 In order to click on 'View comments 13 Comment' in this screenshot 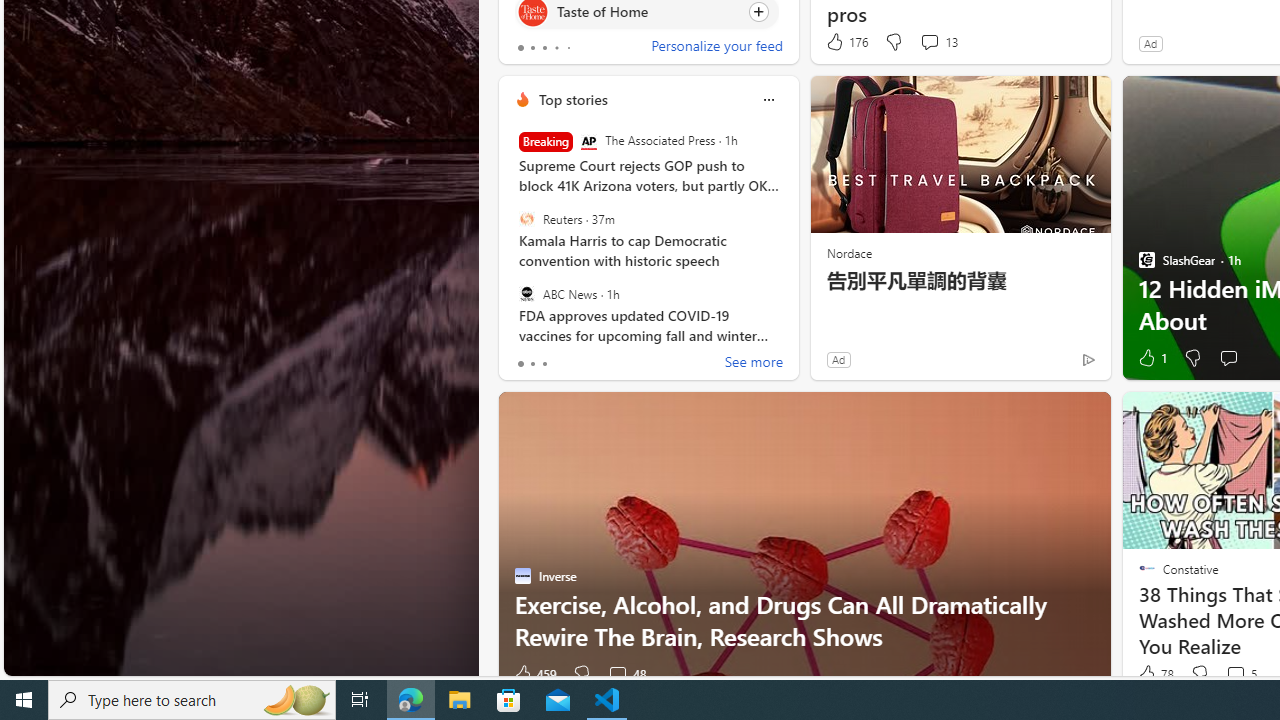, I will do `click(928, 41)`.